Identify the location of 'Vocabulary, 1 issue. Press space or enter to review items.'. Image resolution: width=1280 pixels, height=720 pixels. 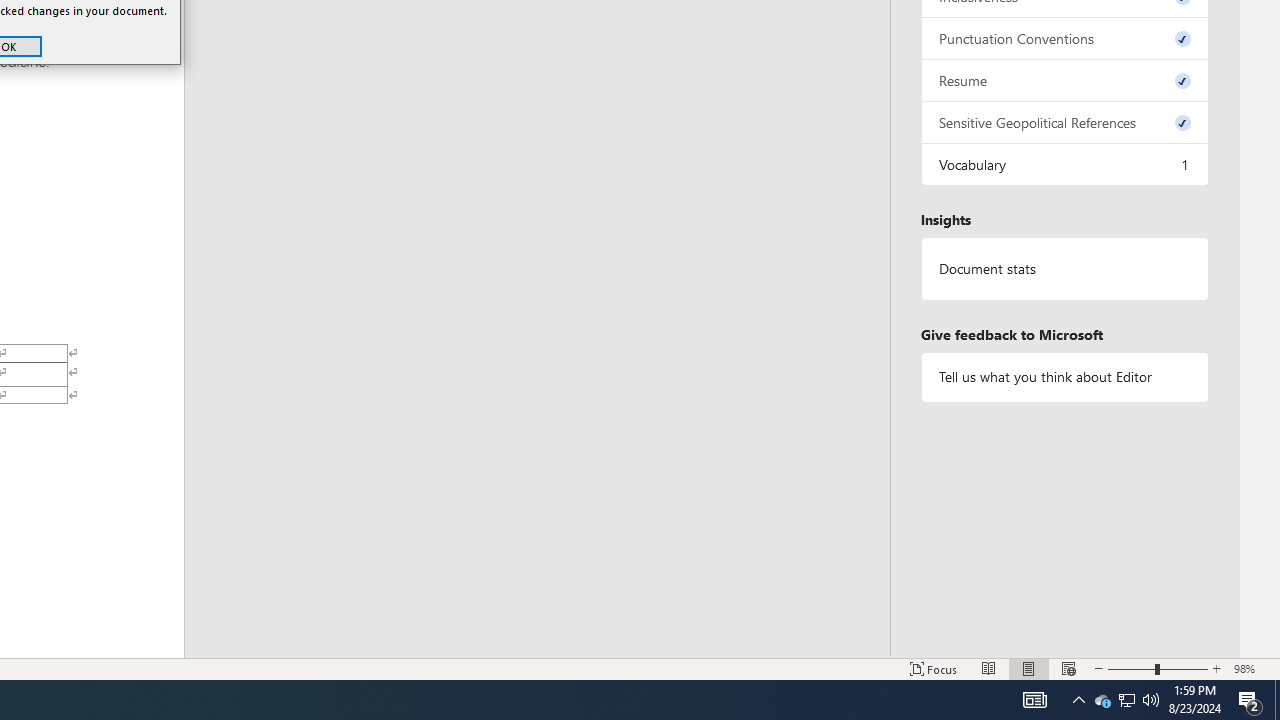
(1063, 163).